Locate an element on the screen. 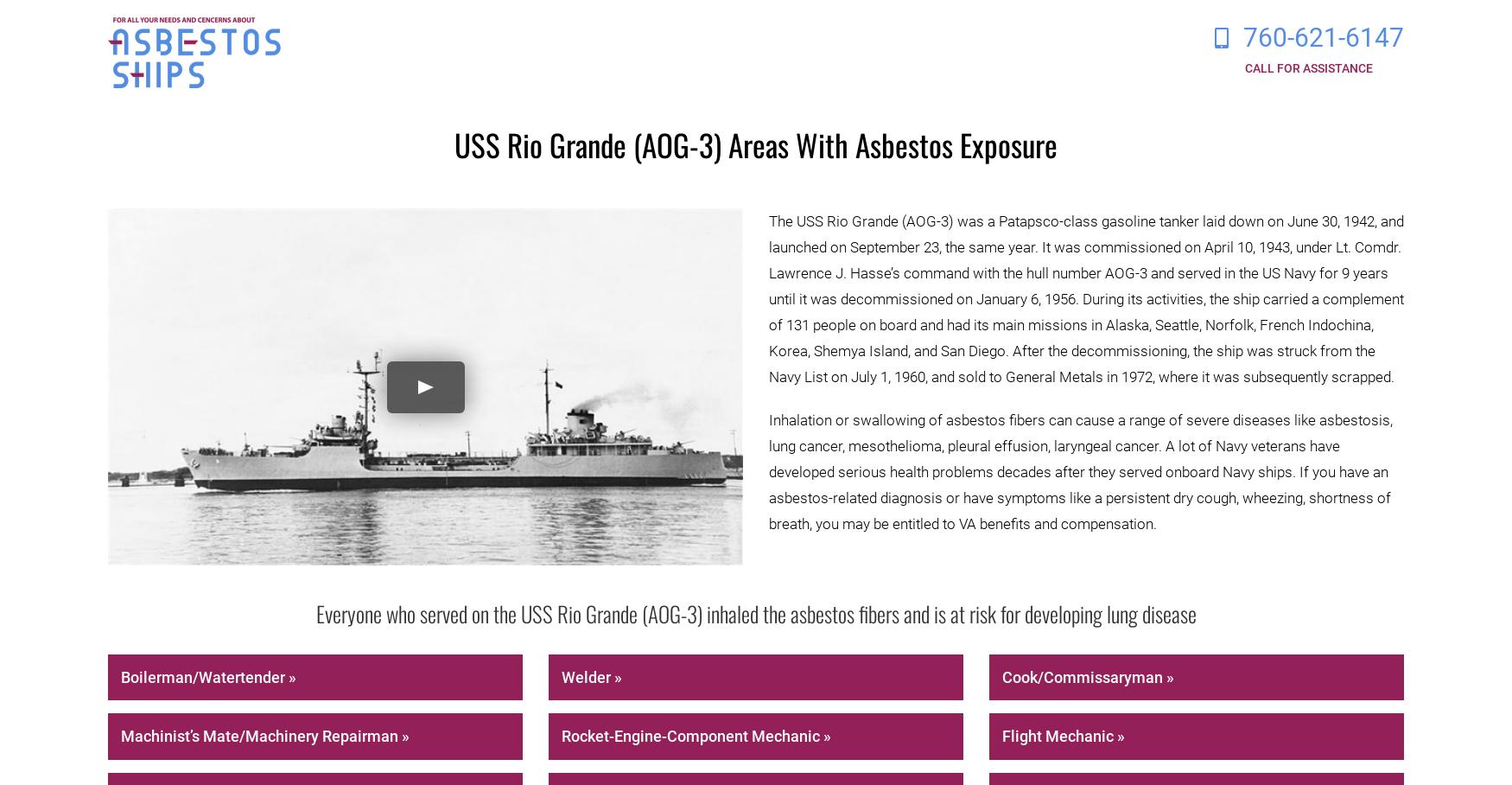  'Boilerman/Watertender »' is located at coordinates (208, 675).